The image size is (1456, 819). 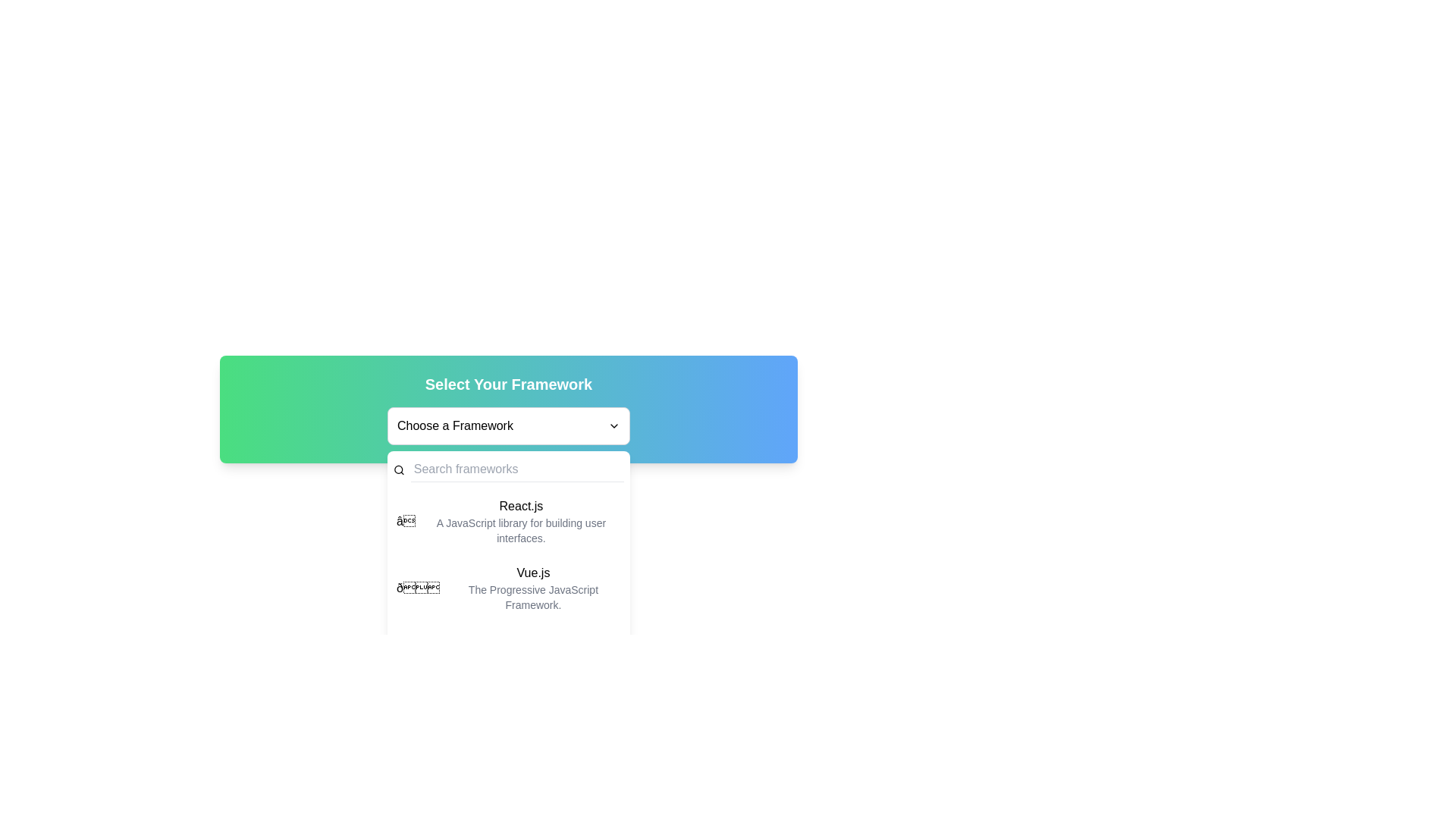 What do you see at coordinates (521, 520) in the screenshot?
I see `text content of the Text block that identifies 'React.js', located centrally in the dropdown menu, beneath the search bar` at bounding box center [521, 520].